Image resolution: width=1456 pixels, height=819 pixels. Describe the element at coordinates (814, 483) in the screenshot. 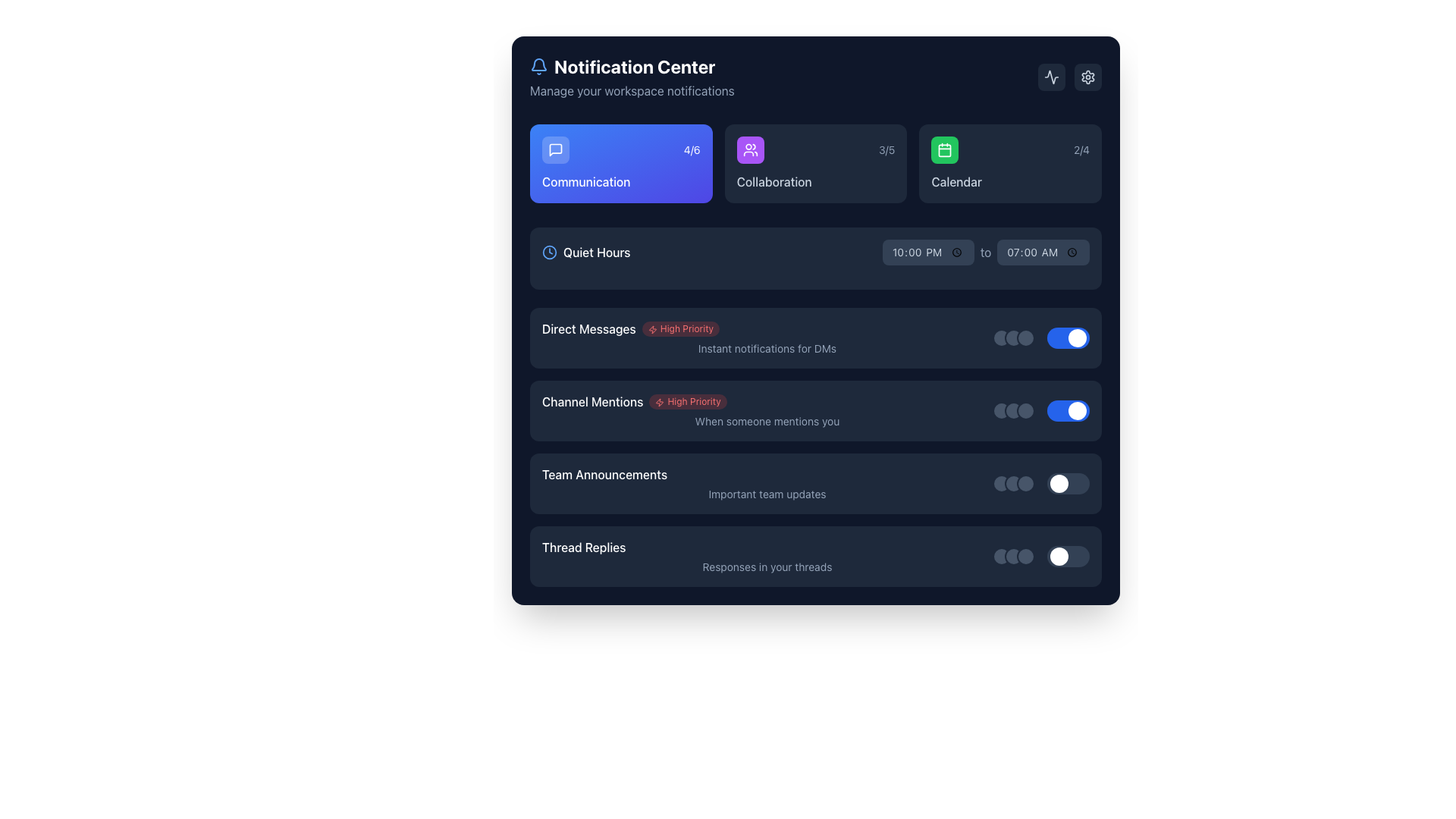

I see `text content of the notification setting related to 'Team Announcements' which explains its purpose as 'Important team updates'` at that location.